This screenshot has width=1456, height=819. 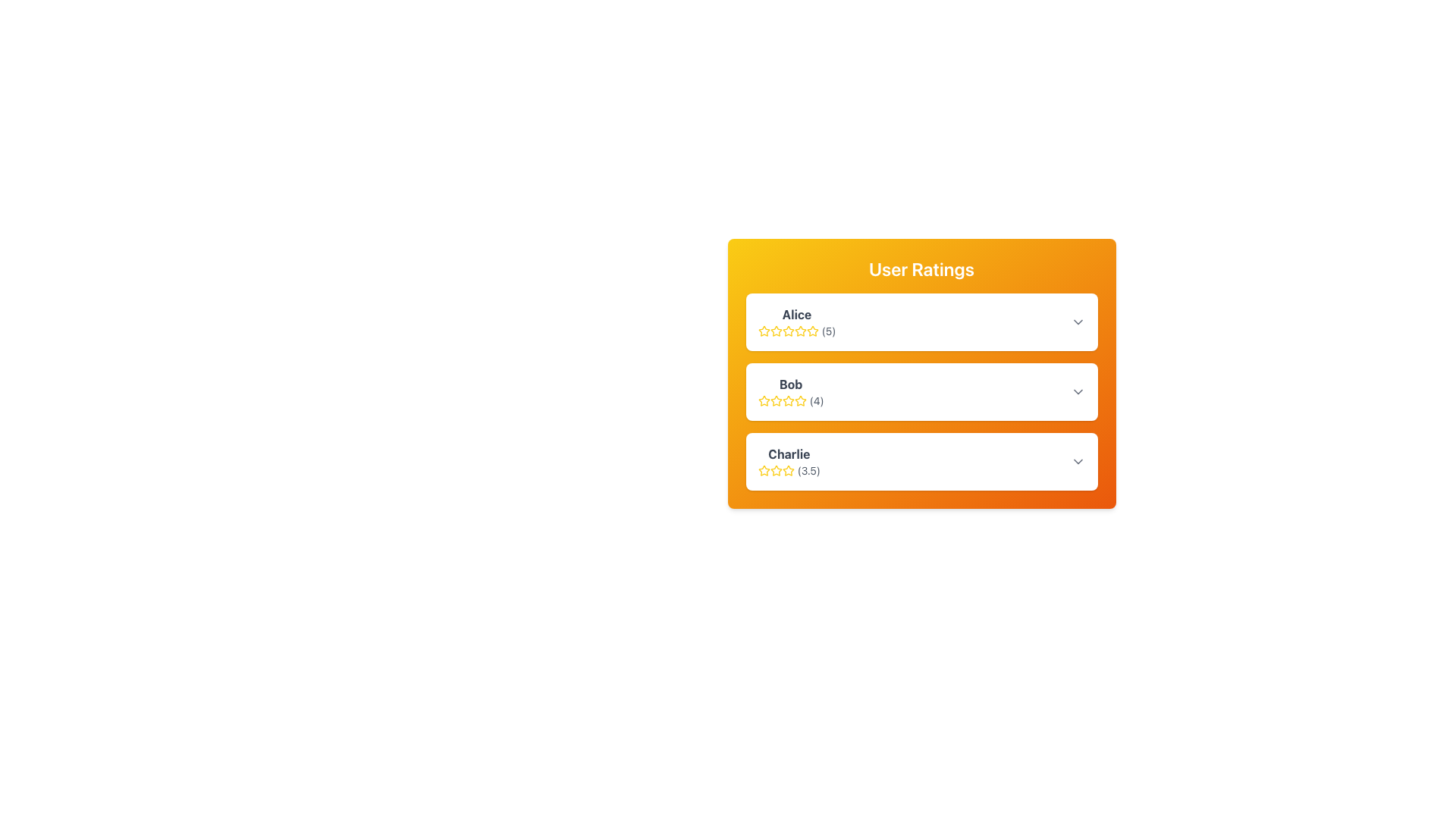 I want to click on the Composite rating display for user 'Charlie', so click(x=789, y=470).